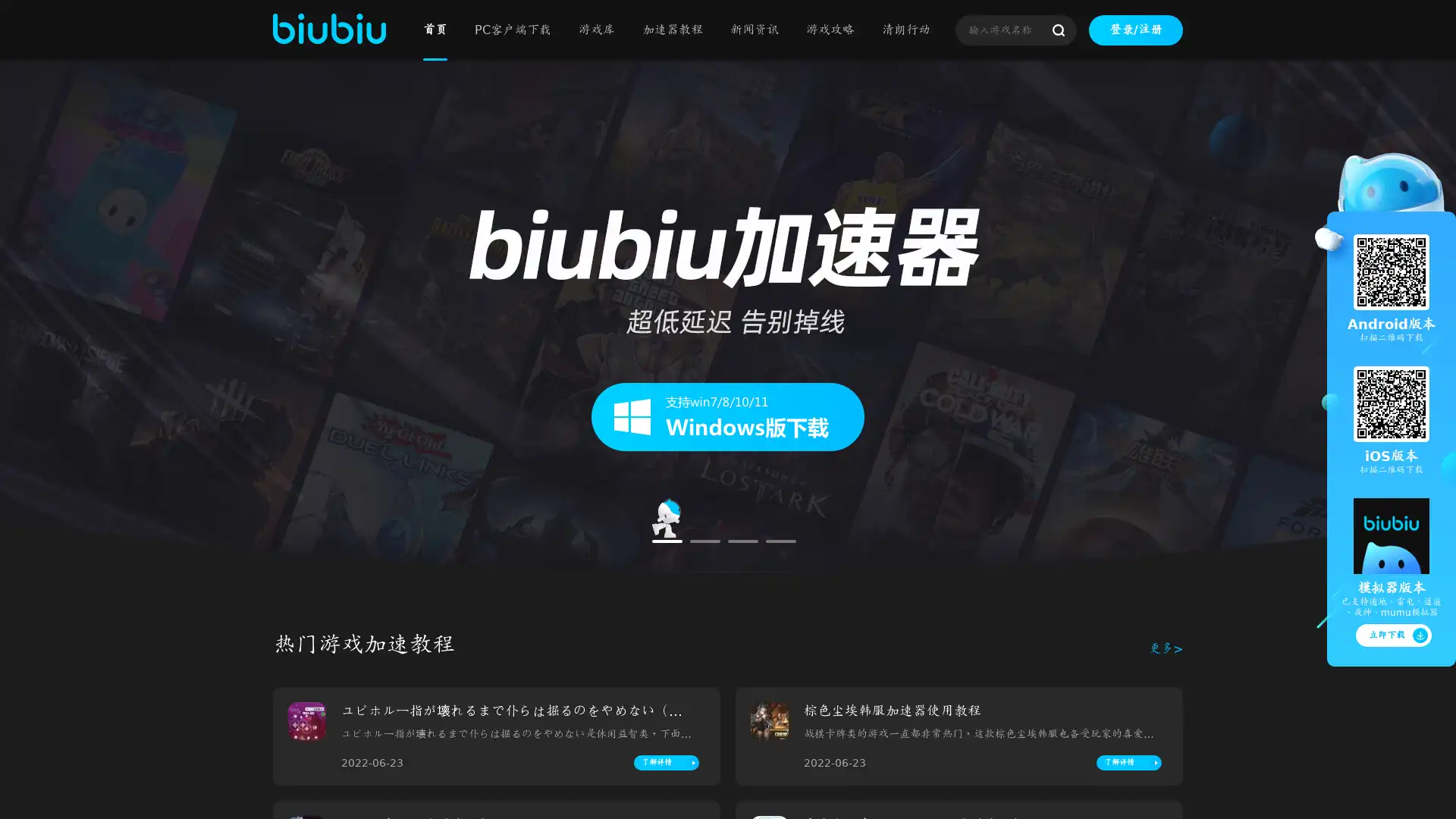 Image resolution: width=1456 pixels, height=819 pixels. I want to click on Go to slide 4, so click(781, 516).